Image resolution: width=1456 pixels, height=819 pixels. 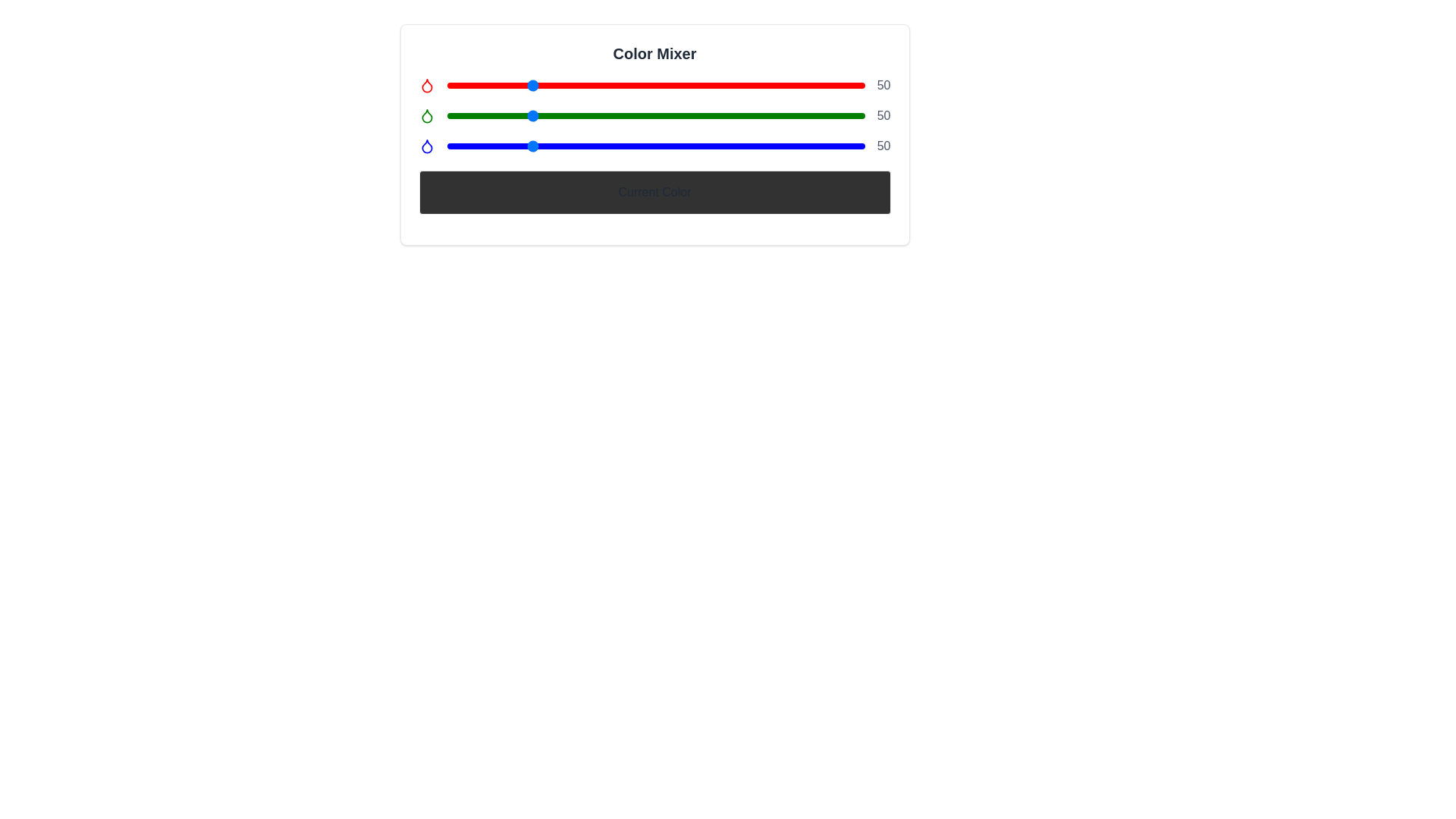 What do you see at coordinates (667, 115) in the screenshot?
I see `the green color slider to 135` at bounding box center [667, 115].